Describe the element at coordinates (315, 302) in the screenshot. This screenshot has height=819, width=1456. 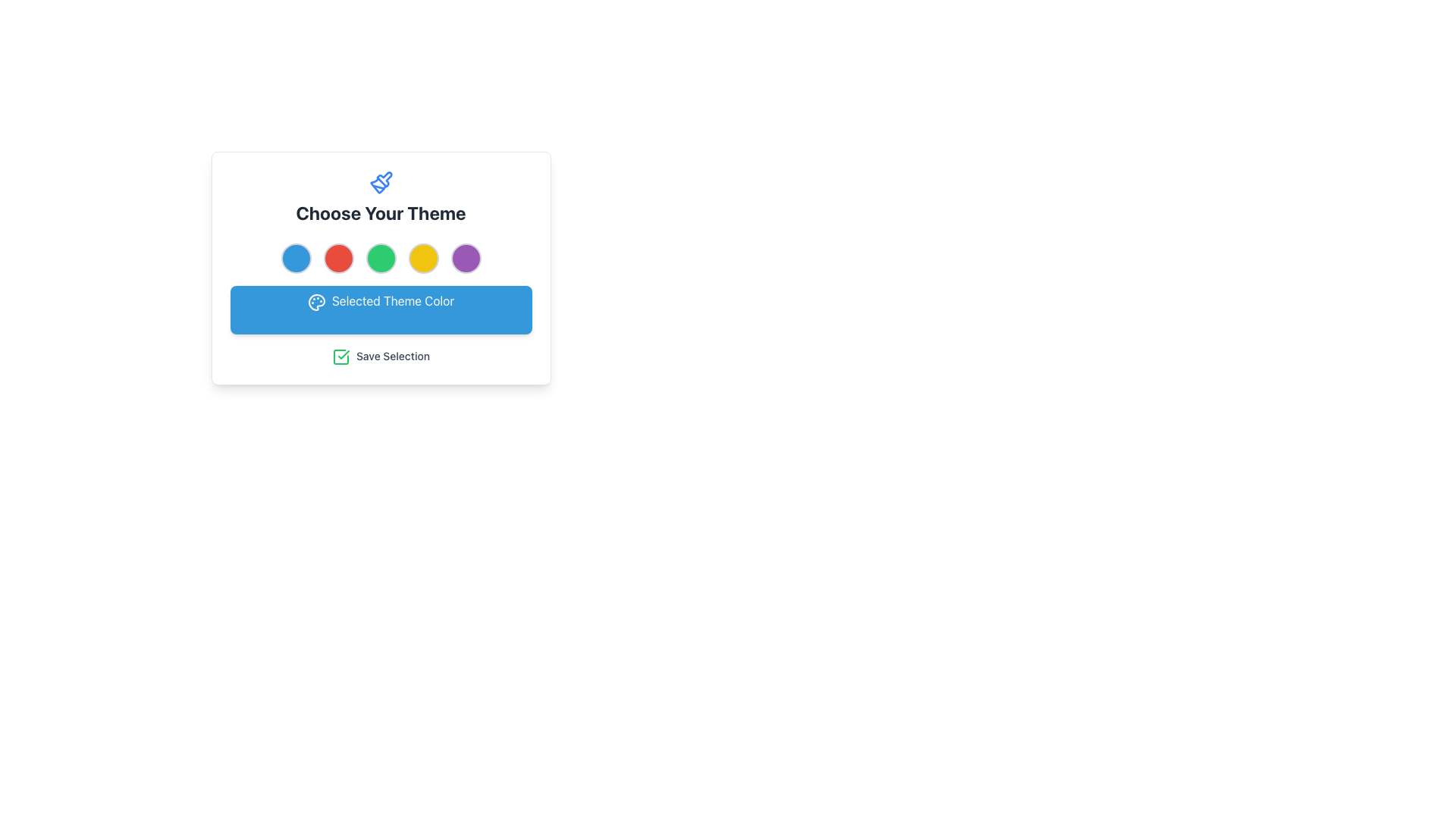
I see `the color palette icon located to the left of the 'Selected Theme Color' text within the blue rectangular button` at that location.